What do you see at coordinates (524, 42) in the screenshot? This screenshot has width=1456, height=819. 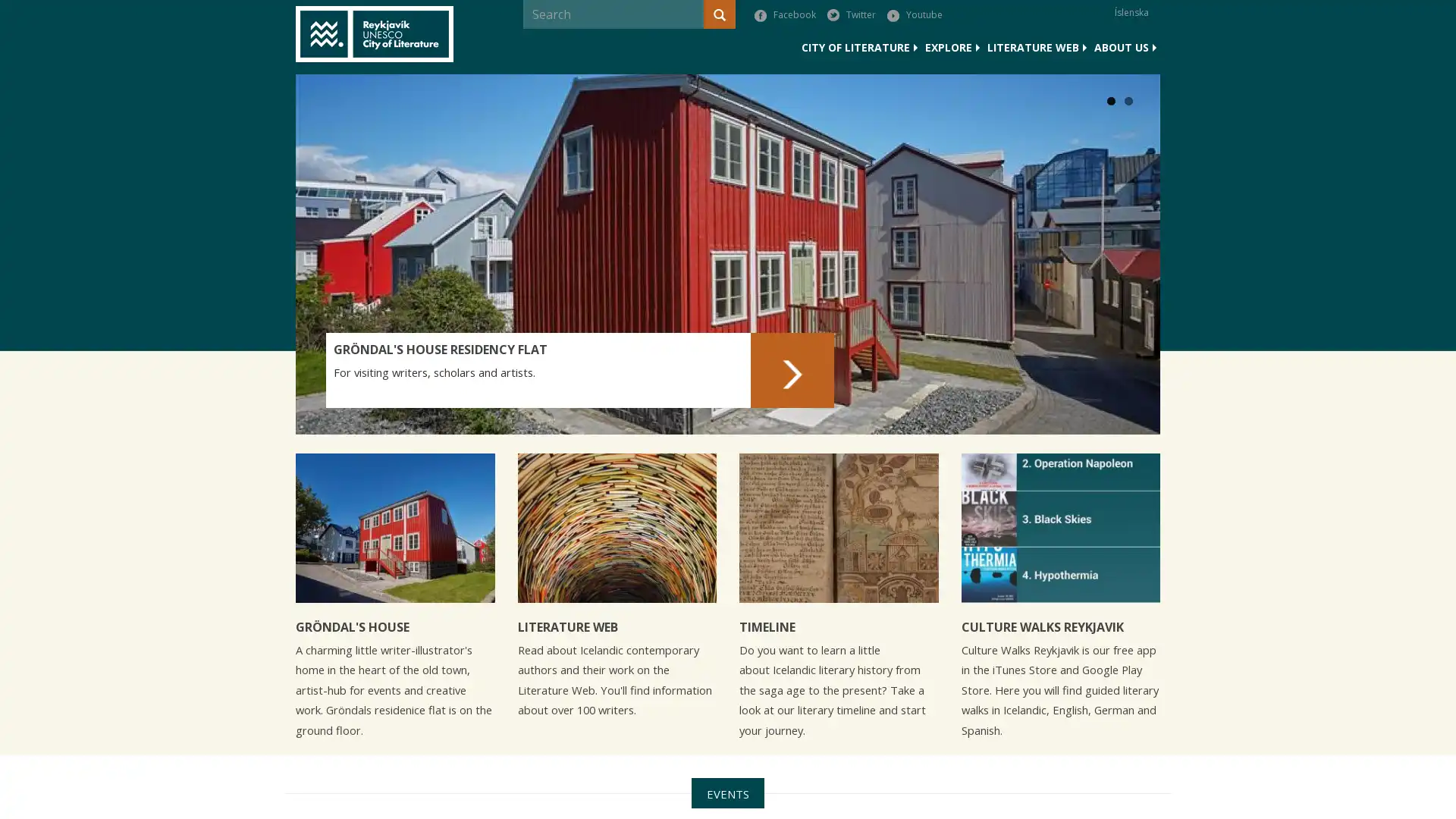 I see `Search` at bounding box center [524, 42].